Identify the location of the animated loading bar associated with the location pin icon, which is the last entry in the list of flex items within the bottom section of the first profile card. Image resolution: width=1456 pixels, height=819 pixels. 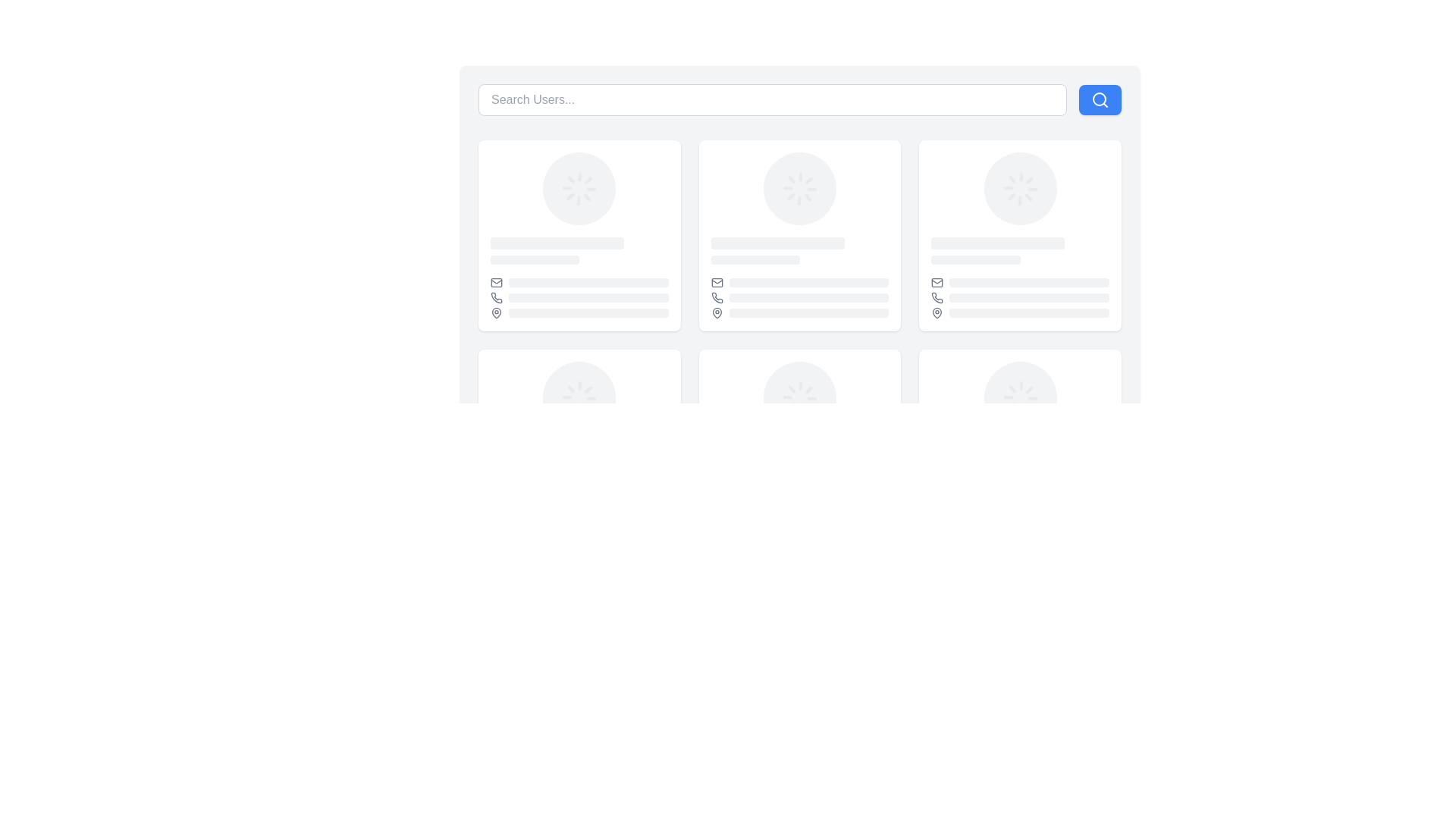
(579, 312).